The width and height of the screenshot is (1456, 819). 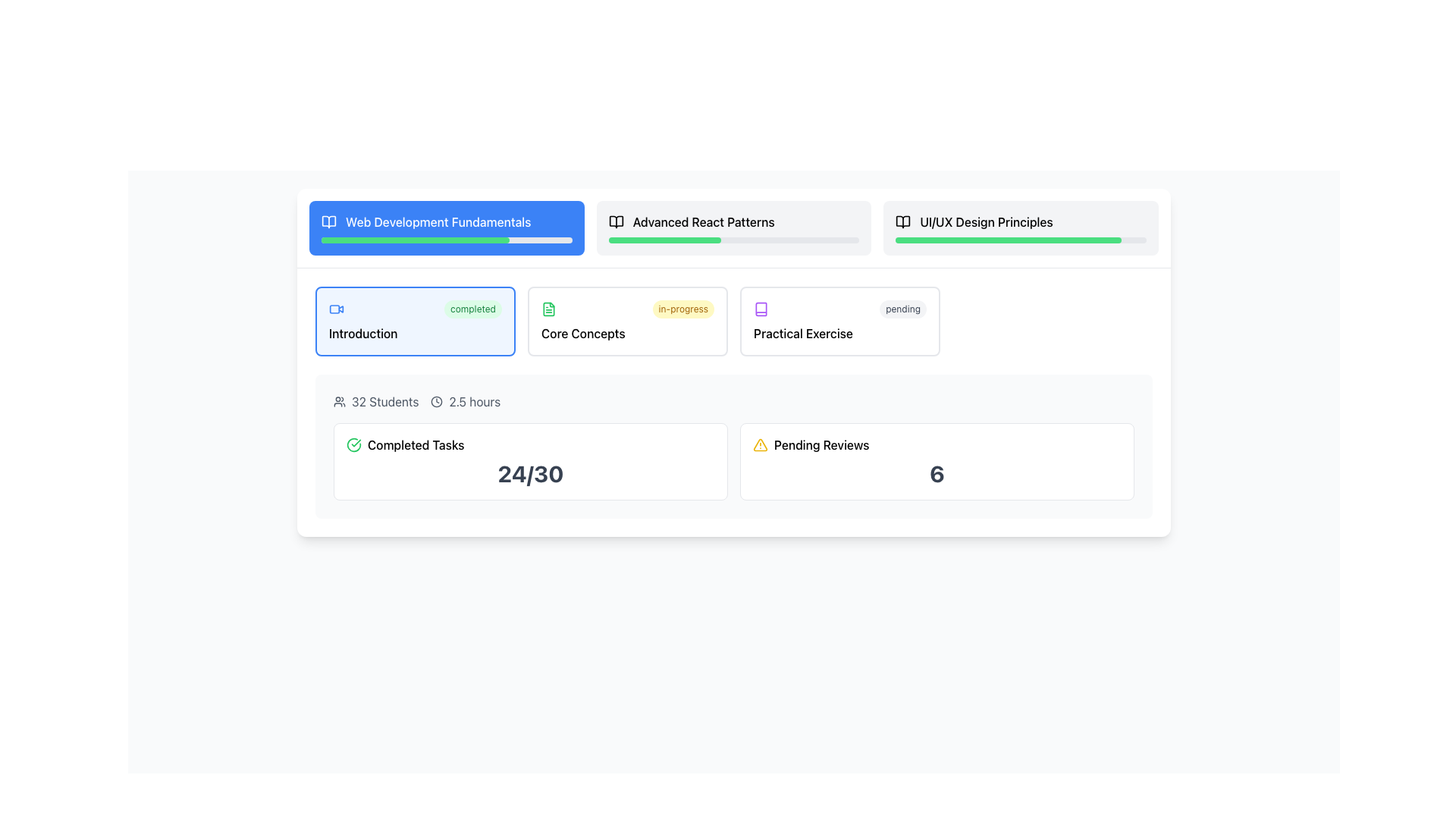 What do you see at coordinates (385, 400) in the screenshot?
I see `the text label displaying '32 Students' in black text, located below the title 'Web Development Fundamentals' and next to a user icon` at bounding box center [385, 400].